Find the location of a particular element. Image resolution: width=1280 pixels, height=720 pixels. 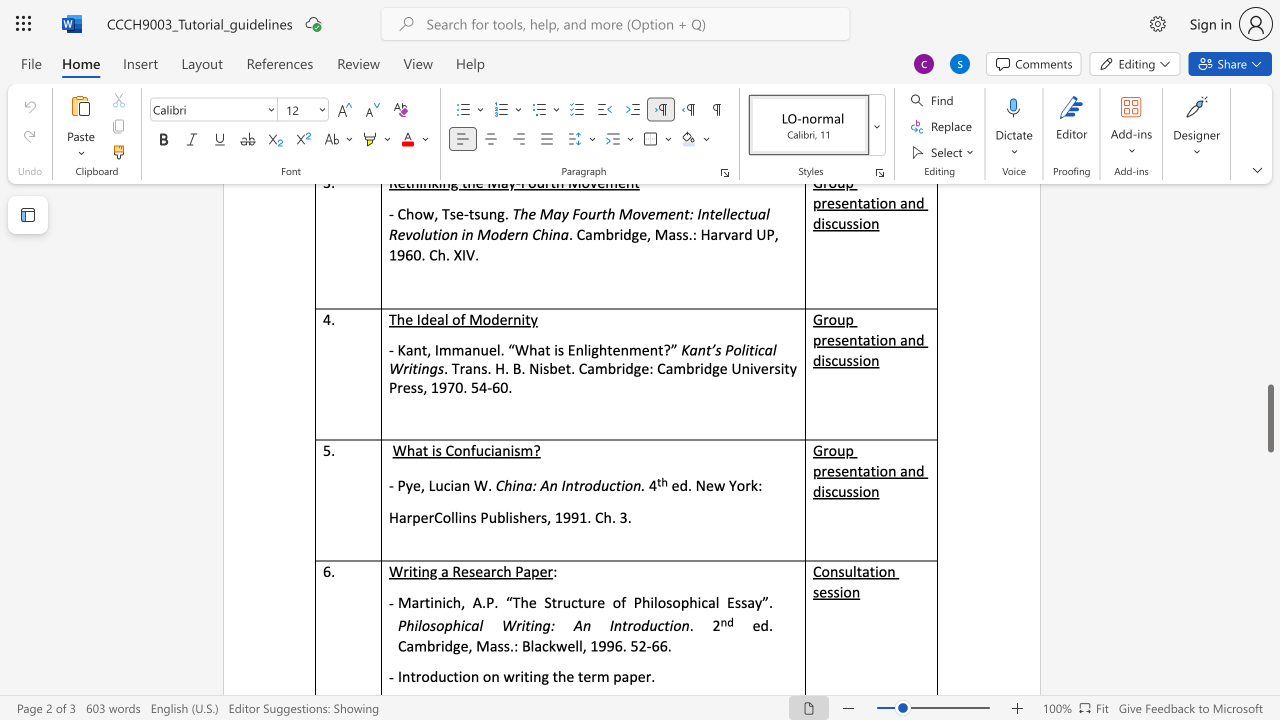

the scrollbar on the right to move the page upward is located at coordinates (1269, 328).